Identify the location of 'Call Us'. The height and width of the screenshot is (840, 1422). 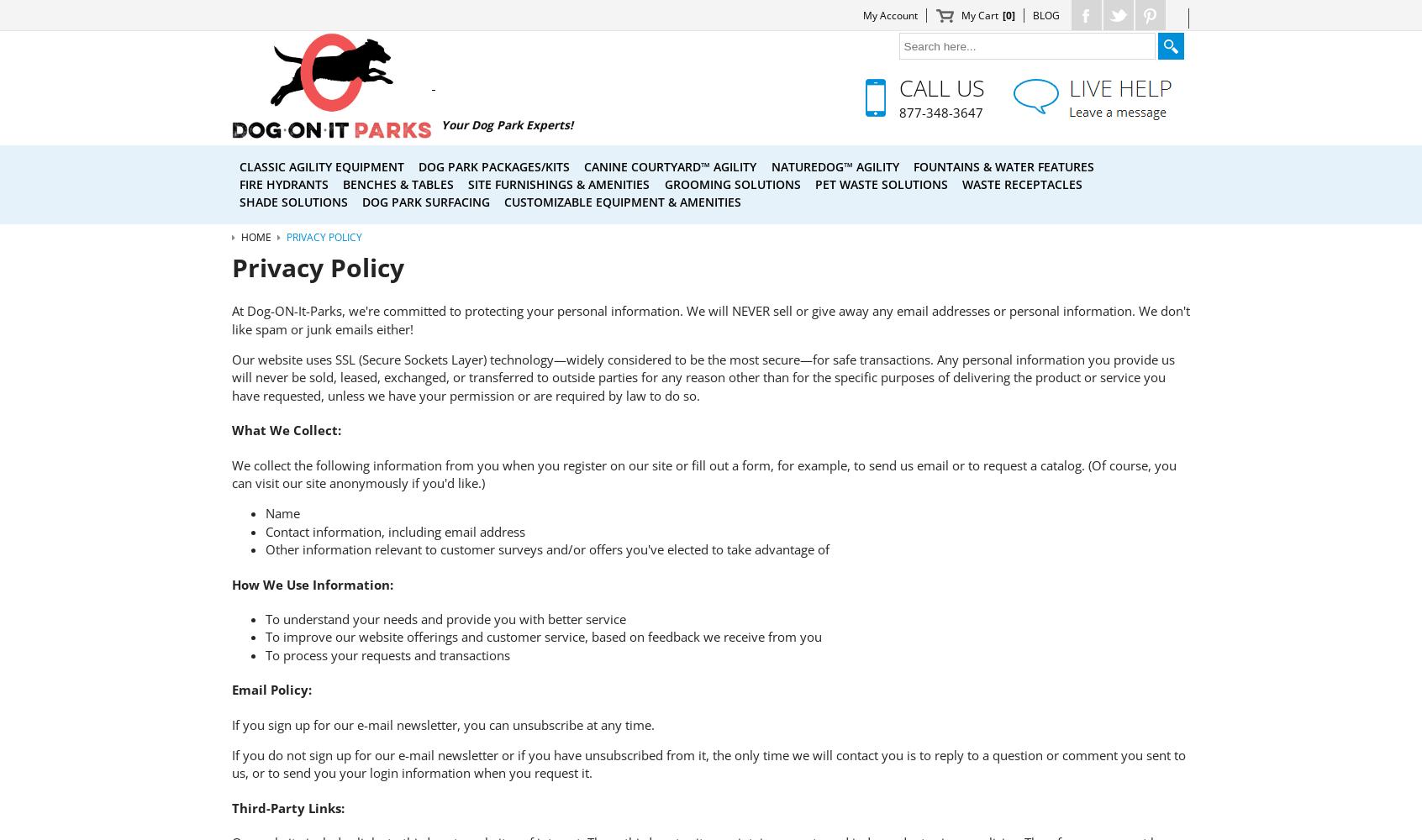
(940, 87).